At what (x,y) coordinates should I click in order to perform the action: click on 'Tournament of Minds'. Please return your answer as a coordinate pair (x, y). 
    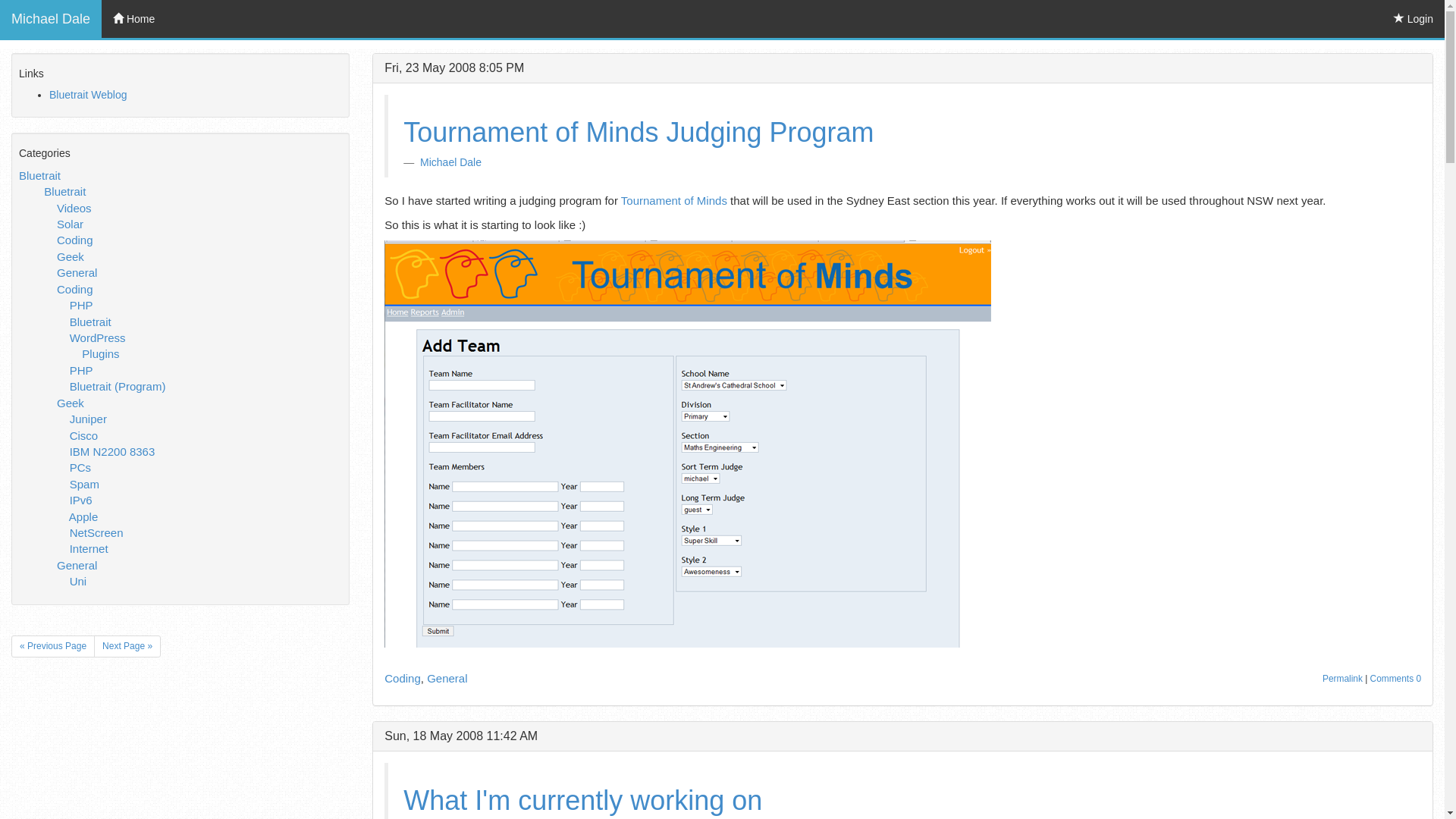
    Looking at the image, I should click on (621, 199).